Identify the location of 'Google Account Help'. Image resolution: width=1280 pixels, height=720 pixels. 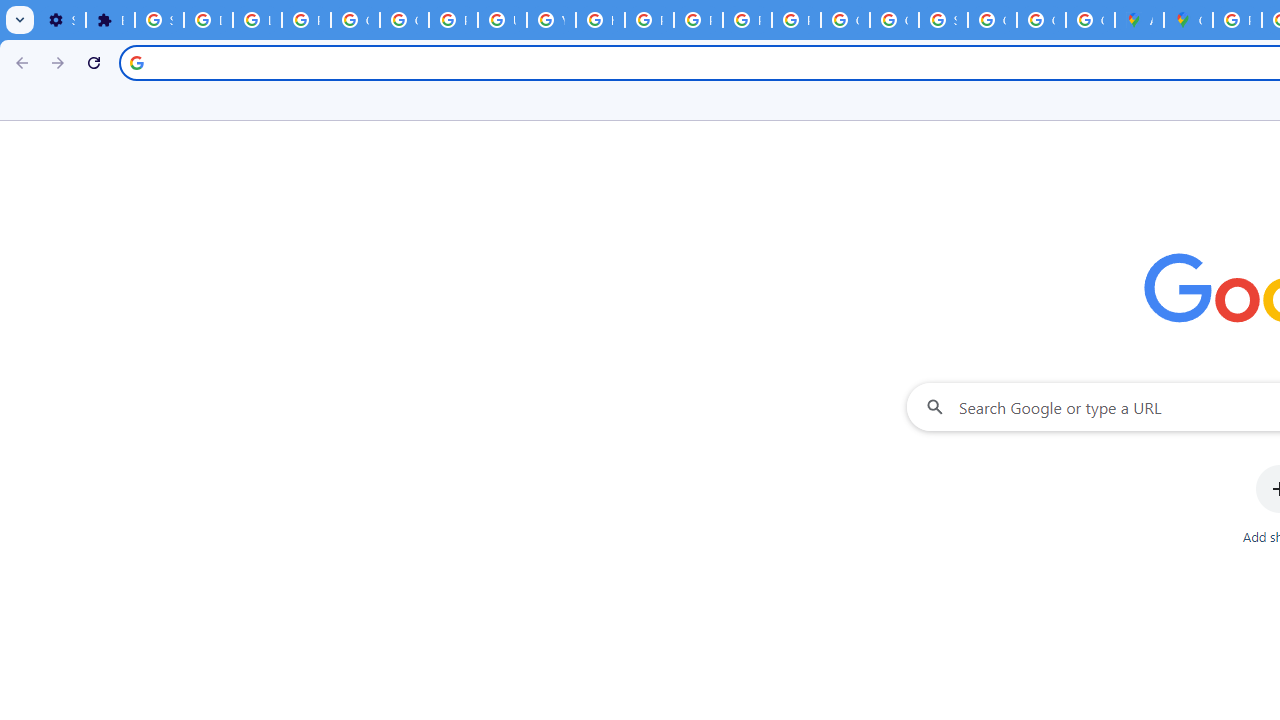
(403, 20).